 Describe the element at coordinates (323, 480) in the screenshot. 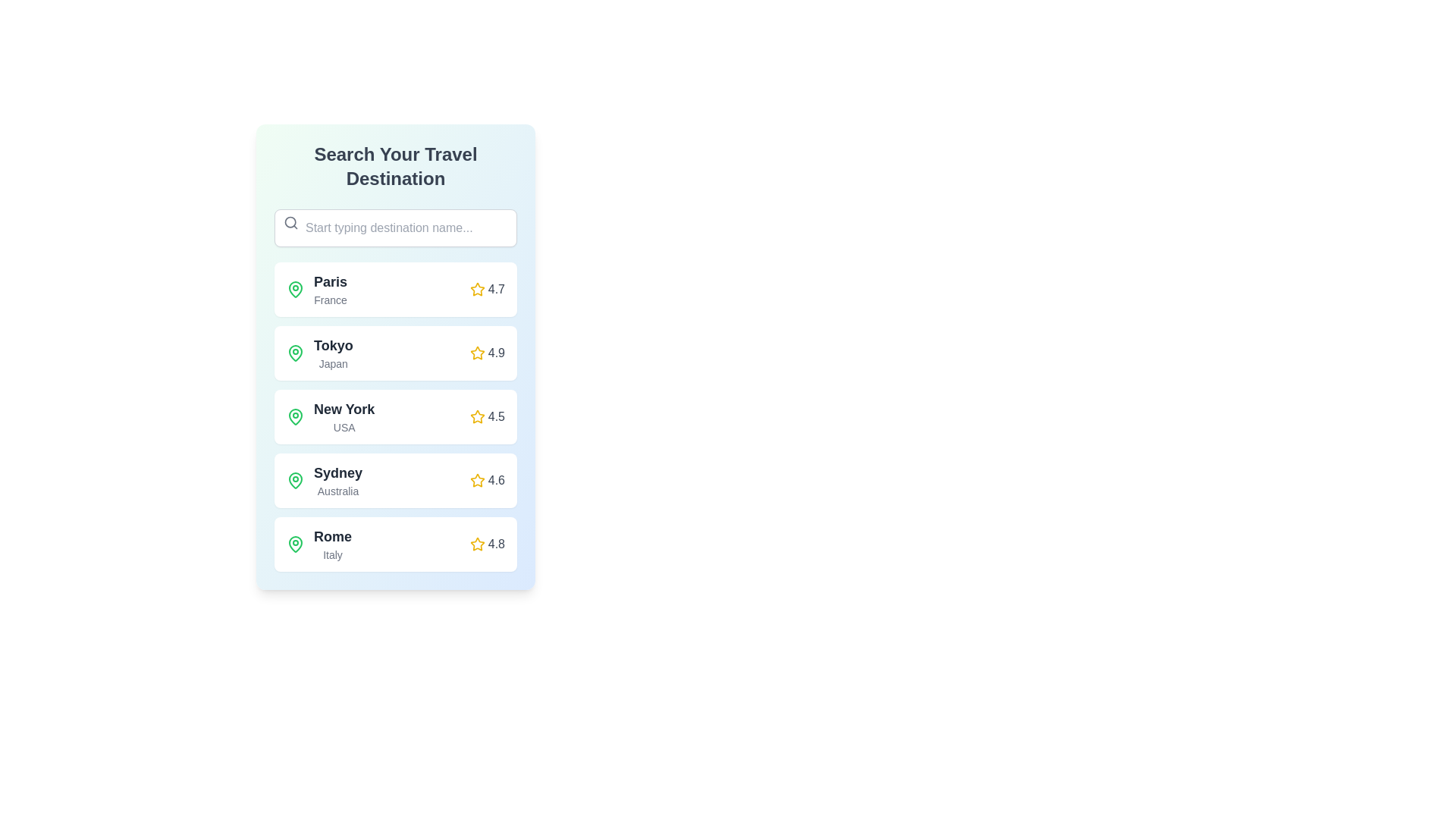

I see `the text display component that shows 'Sydney, Australia', located in the fourth item of a vertically stacked list, next to a green pin icon` at that location.